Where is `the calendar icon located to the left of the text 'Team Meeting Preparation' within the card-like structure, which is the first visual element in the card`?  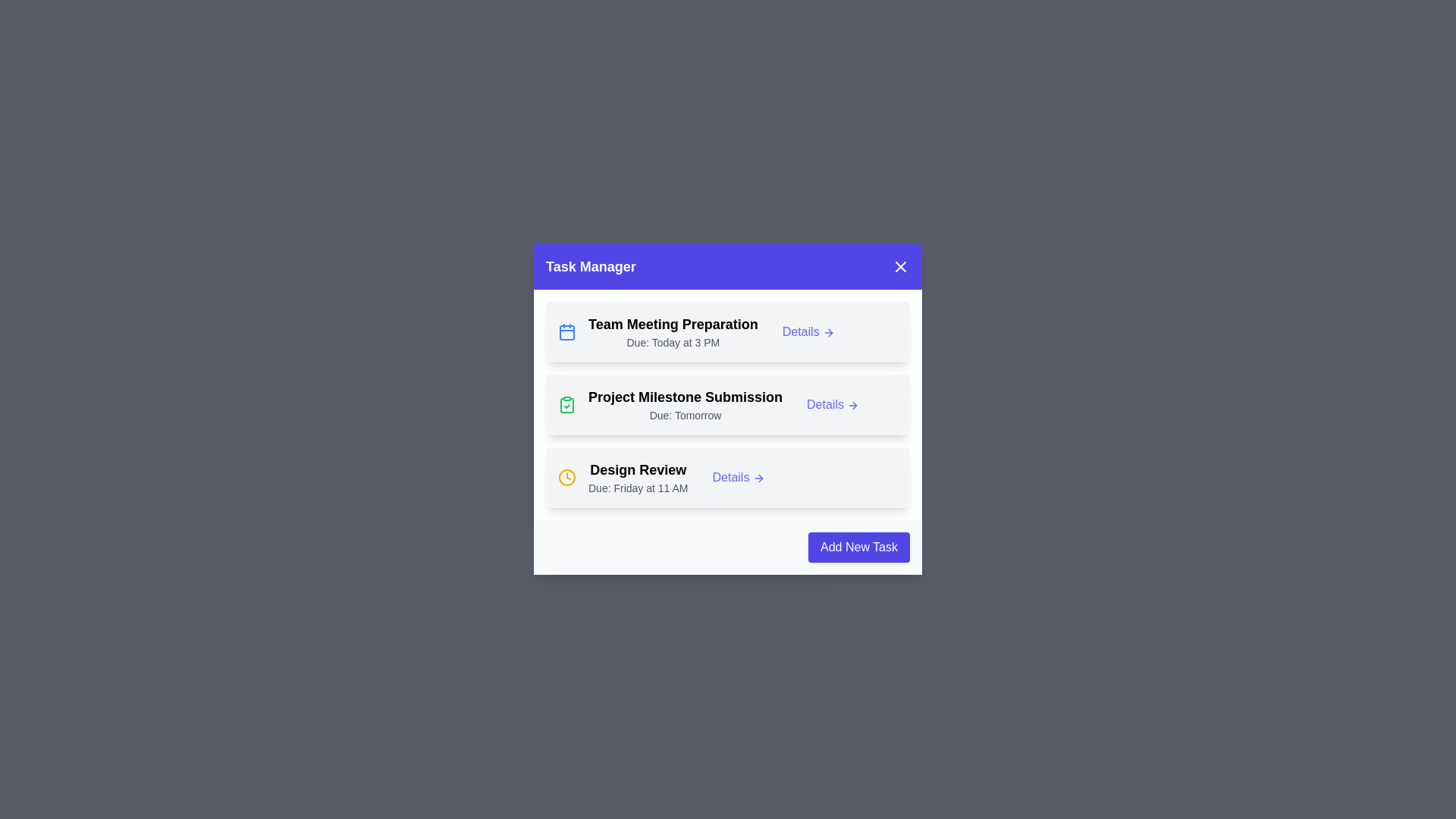
the calendar icon located to the left of the text 'Team Meeting Preparation' within the card-like structure, which is the first visual element in the card is located at coordinates (566, 331).